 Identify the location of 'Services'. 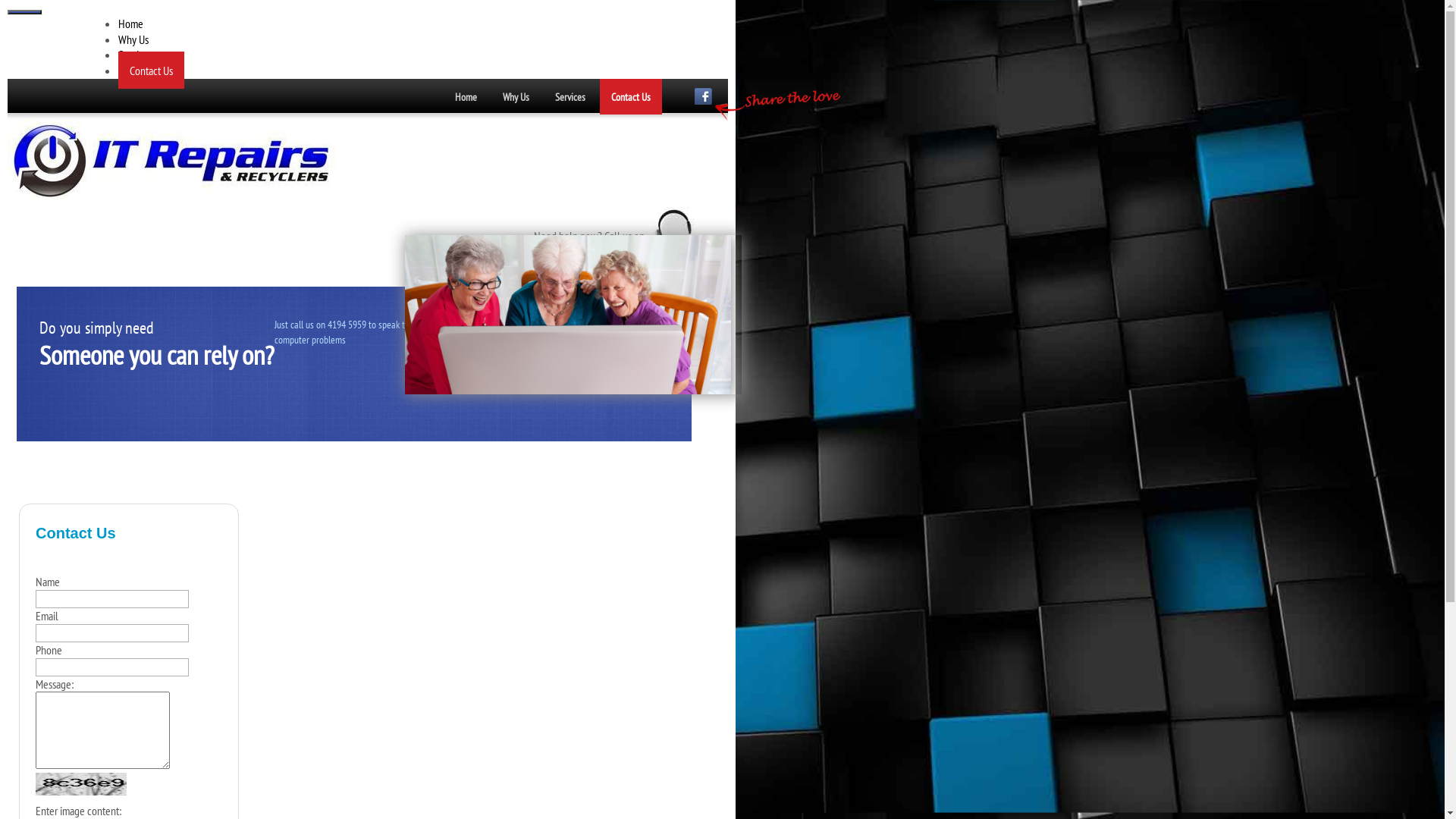
(118, 54).